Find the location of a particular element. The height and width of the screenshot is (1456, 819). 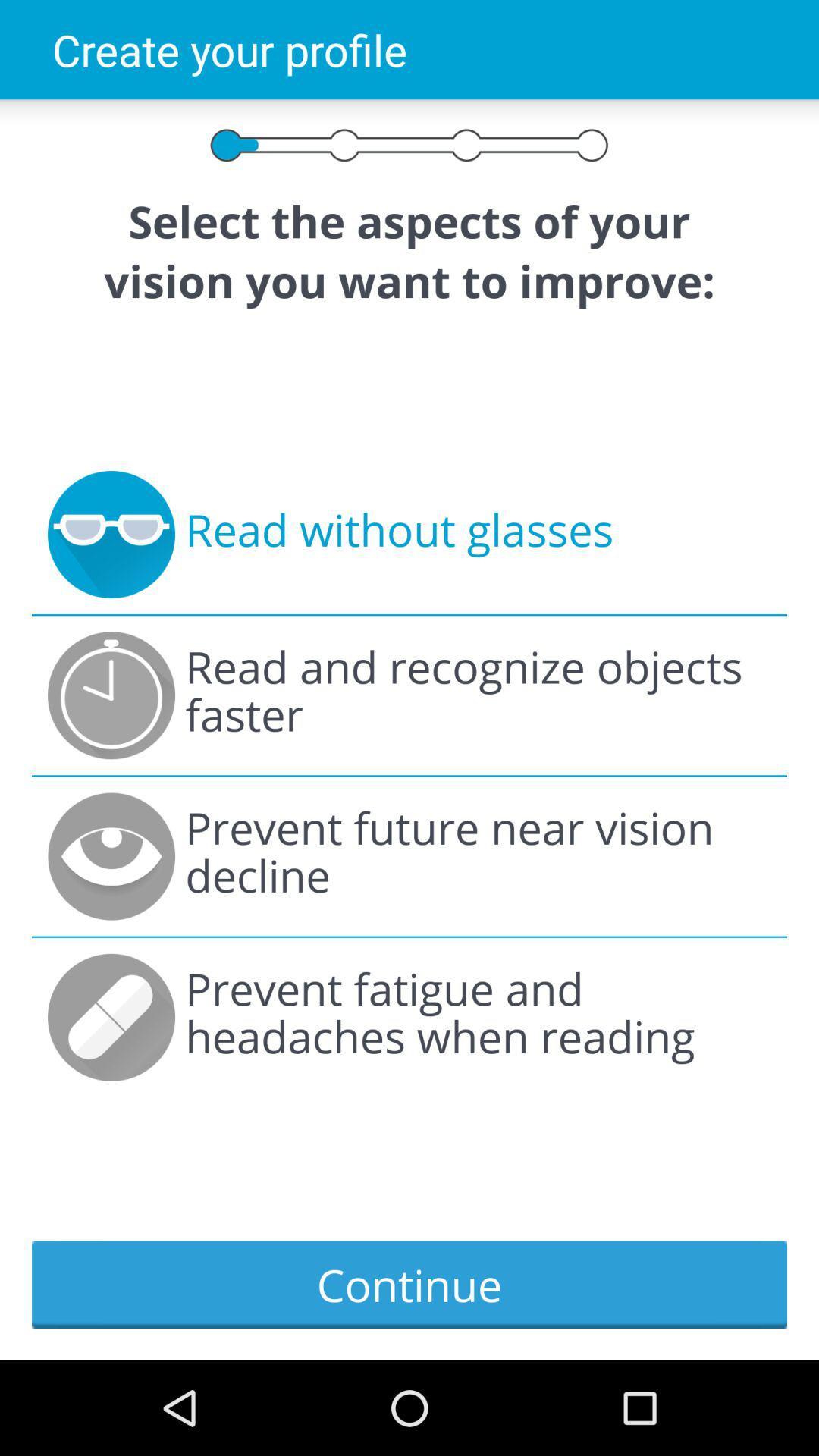

the item above prevent fatigue and item is located at coordinates (478, 856).